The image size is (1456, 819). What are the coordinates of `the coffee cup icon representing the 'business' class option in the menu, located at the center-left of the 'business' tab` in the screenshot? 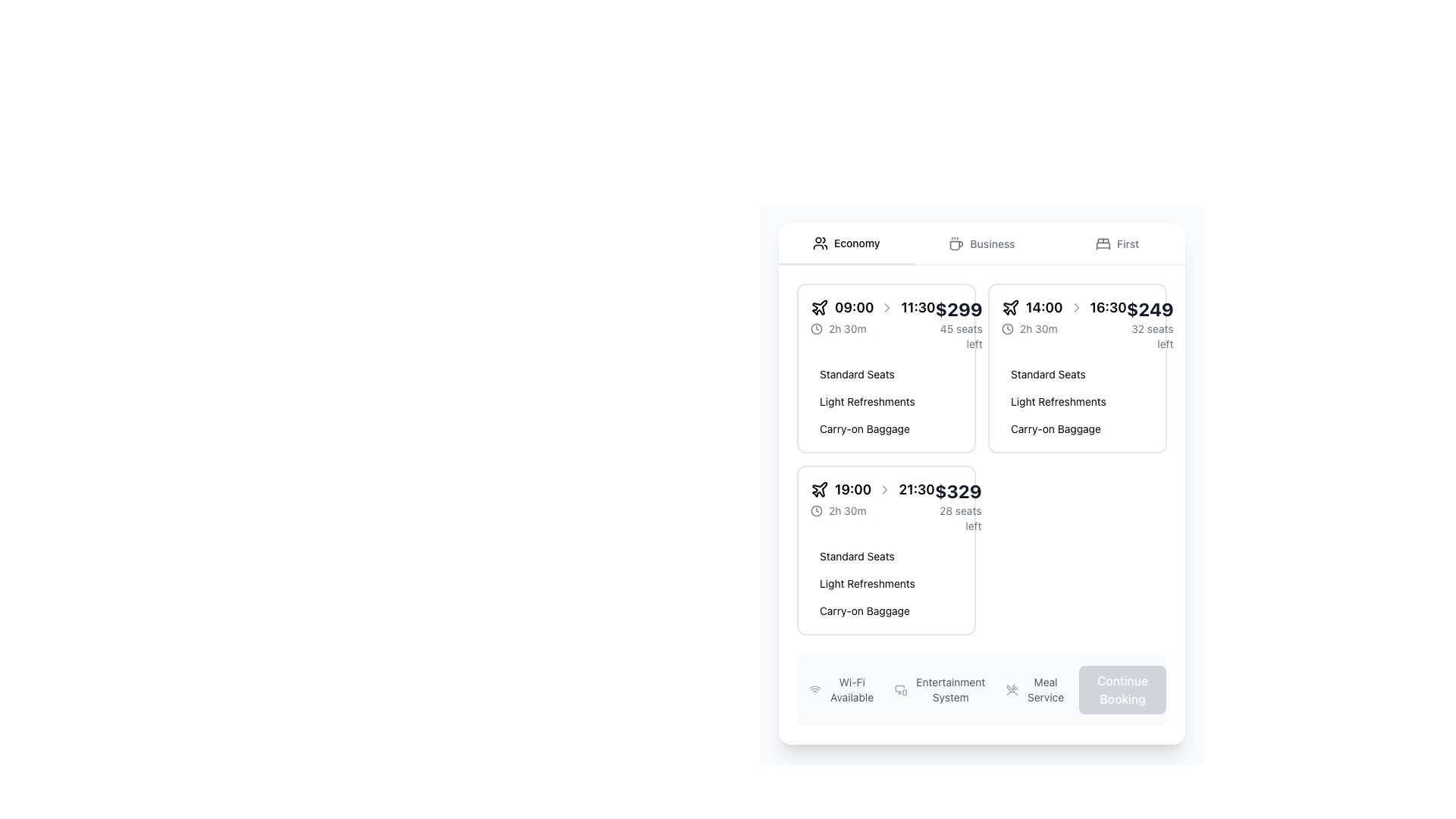 It's located at (955, 243).